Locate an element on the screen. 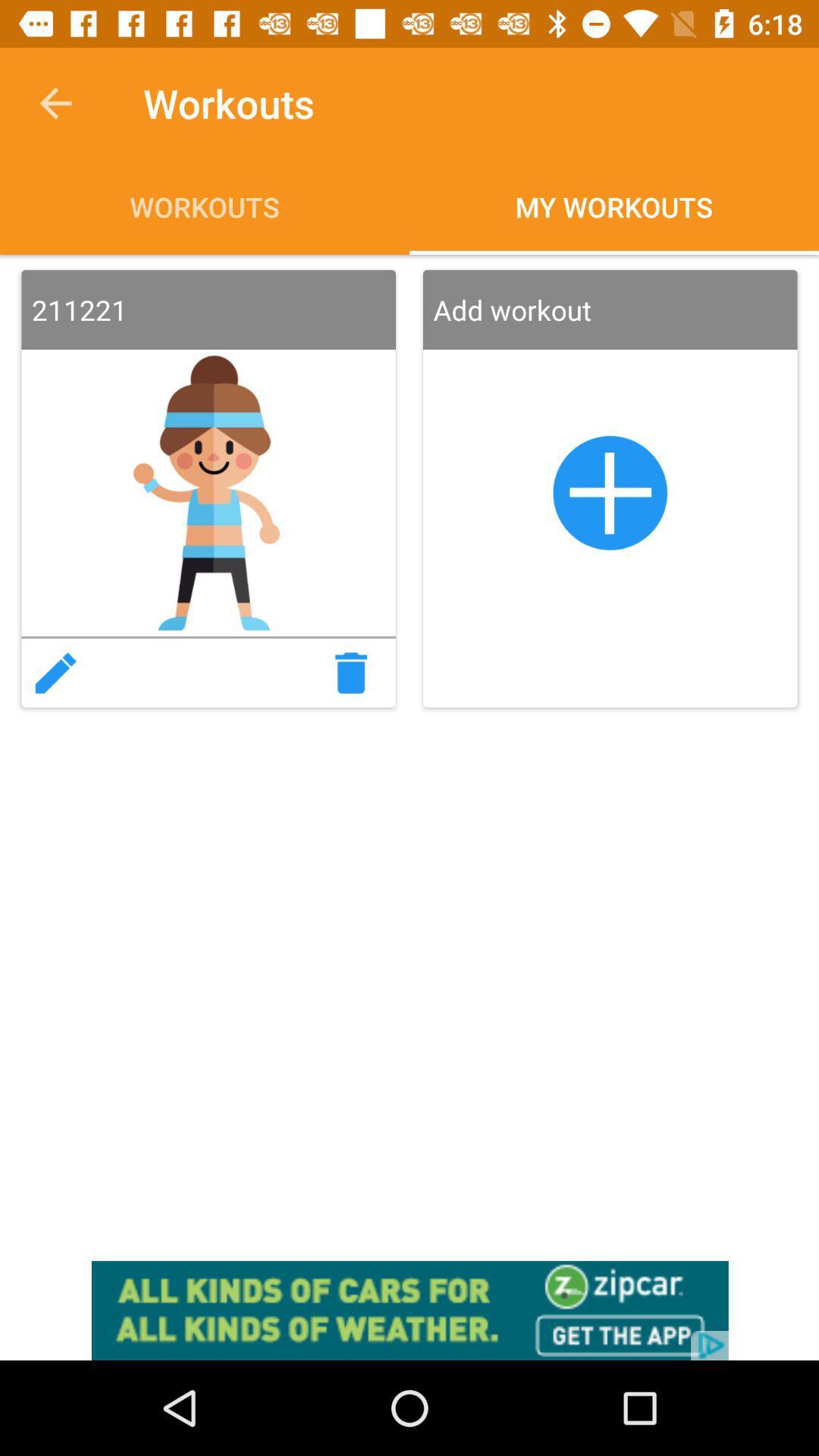 The width and height of the screenshot is (819, 1456). delete is located at coordinates (356, 672).